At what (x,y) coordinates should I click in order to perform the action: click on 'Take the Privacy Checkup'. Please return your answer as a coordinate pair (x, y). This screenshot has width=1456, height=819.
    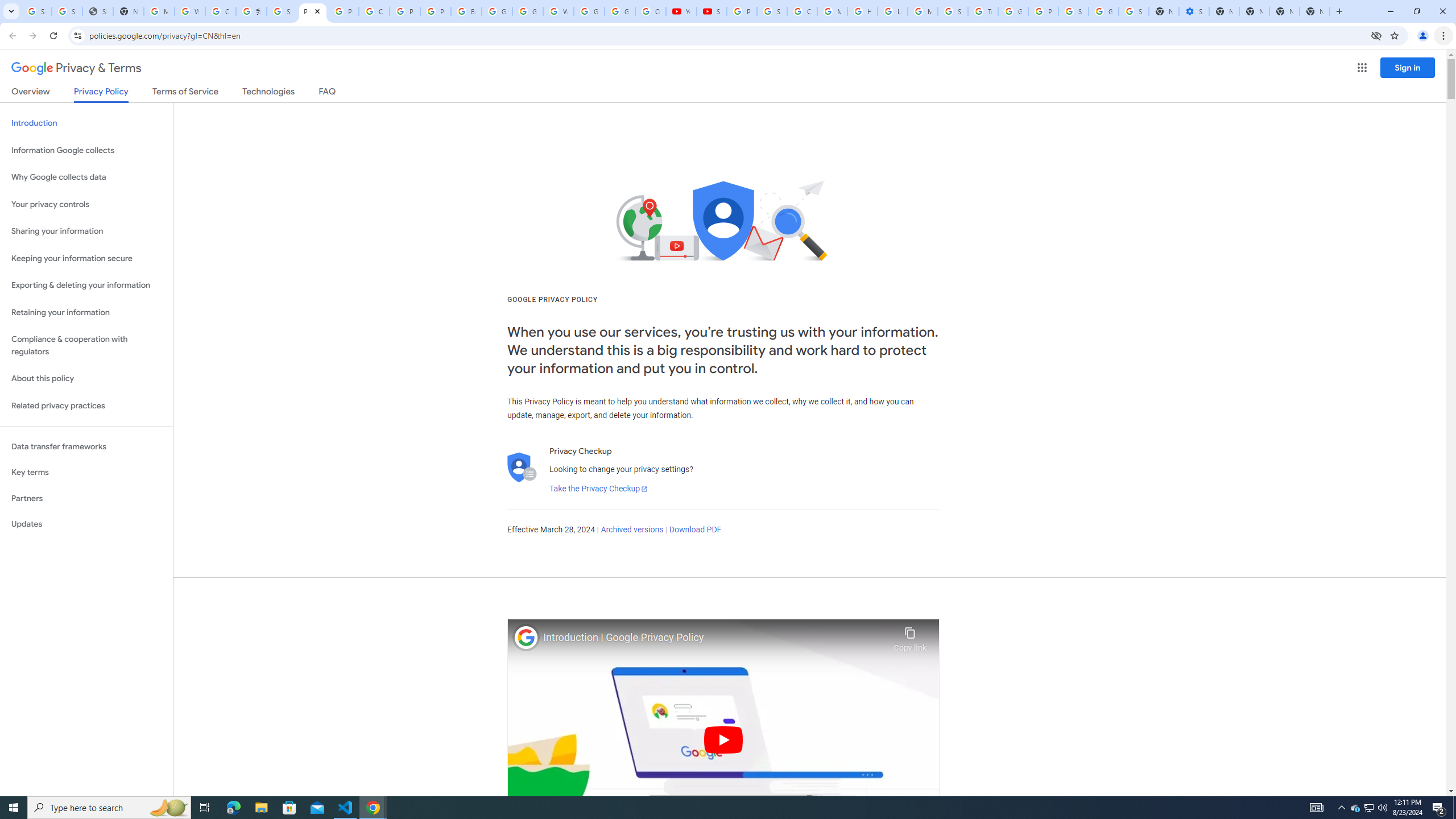
    Looking at the image, I should click on (598, 488).